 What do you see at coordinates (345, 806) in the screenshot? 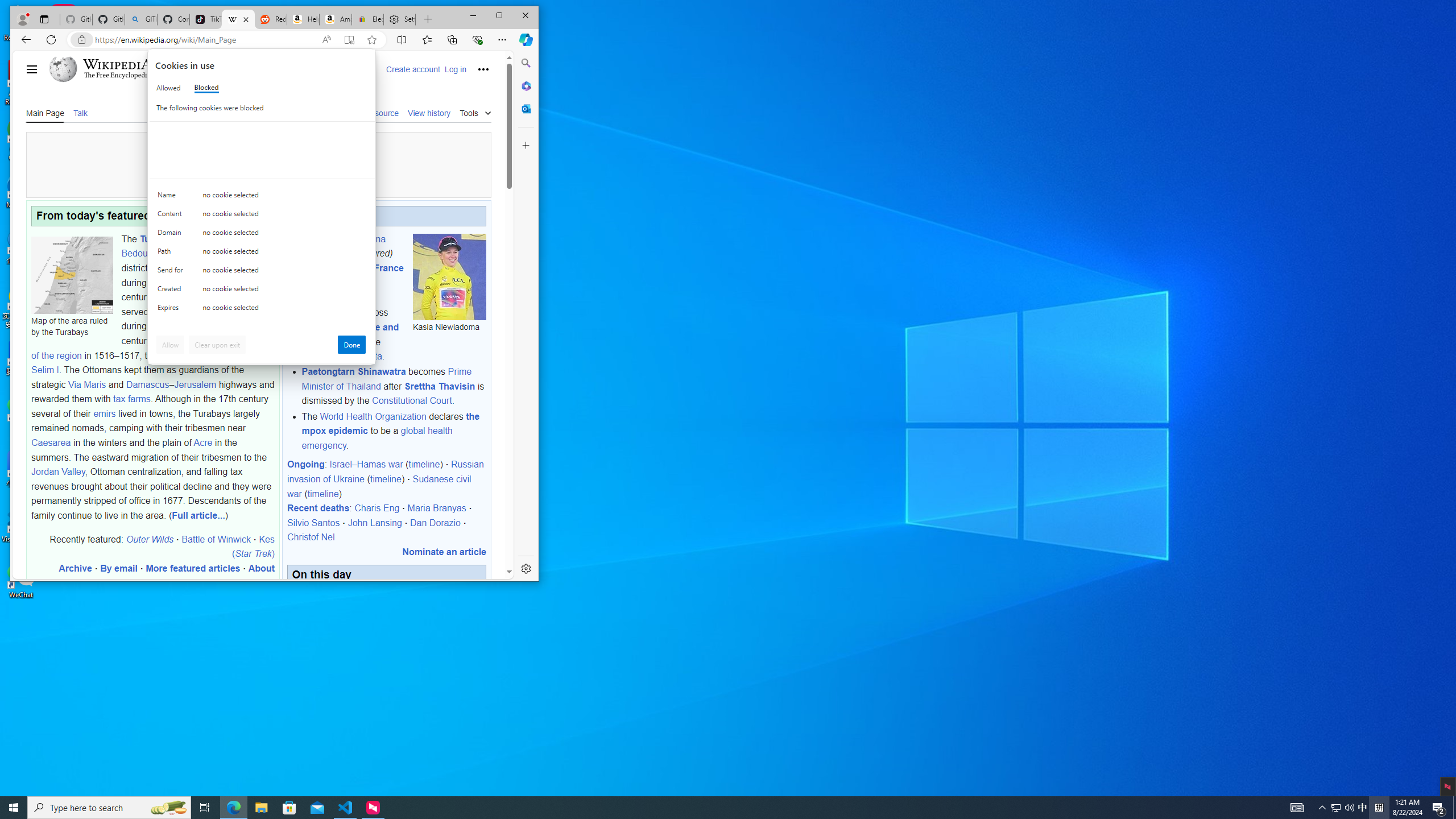
I see `'Visual Studio Code - 1 running window'` at bounding box center [345, 806].